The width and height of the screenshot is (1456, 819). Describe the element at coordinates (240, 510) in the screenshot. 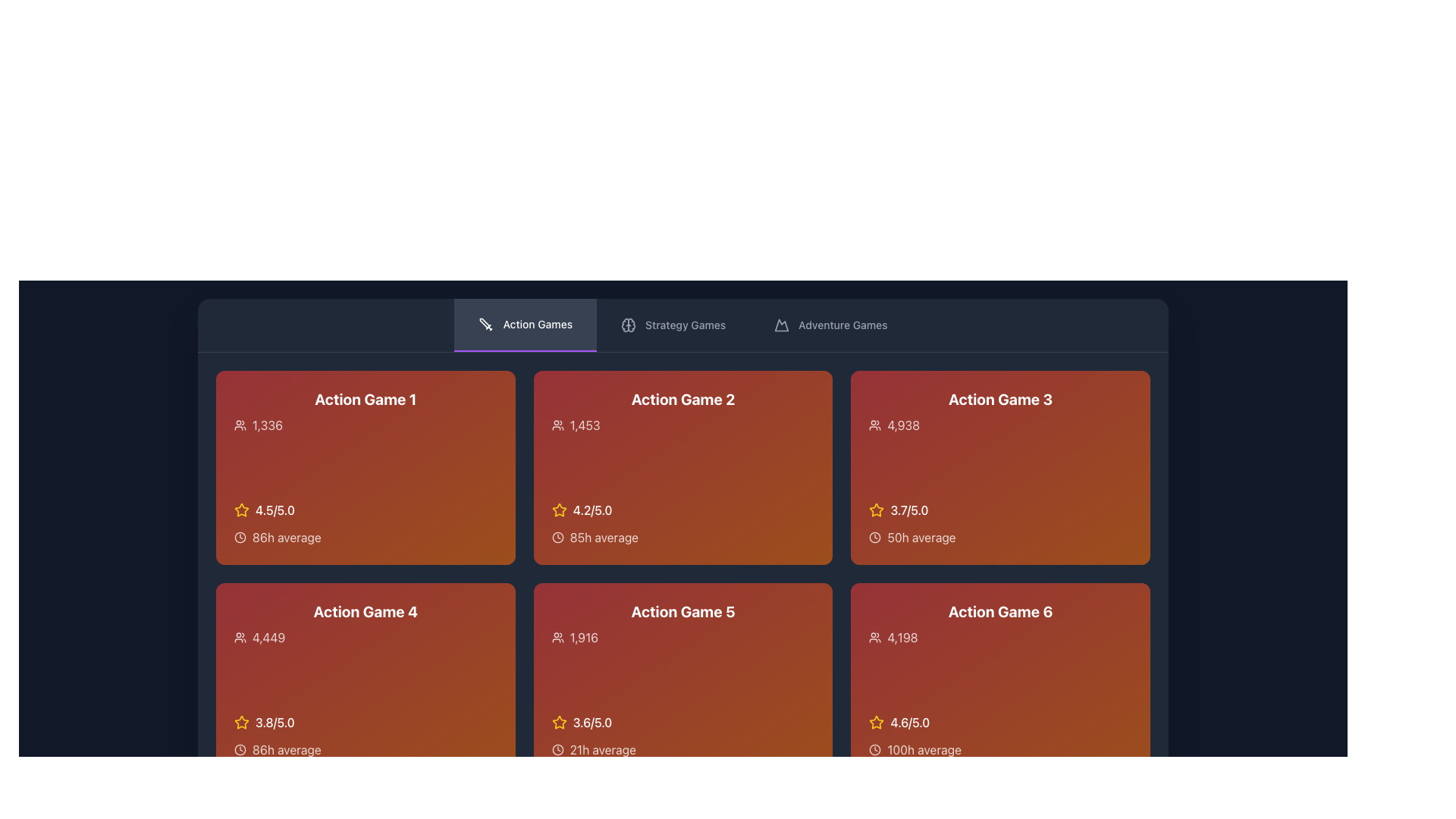

I see `the yellow star-shaped icon indicating the rating for 'Action Game 1', which is located next to the text '4.5/5.0'` at that location.